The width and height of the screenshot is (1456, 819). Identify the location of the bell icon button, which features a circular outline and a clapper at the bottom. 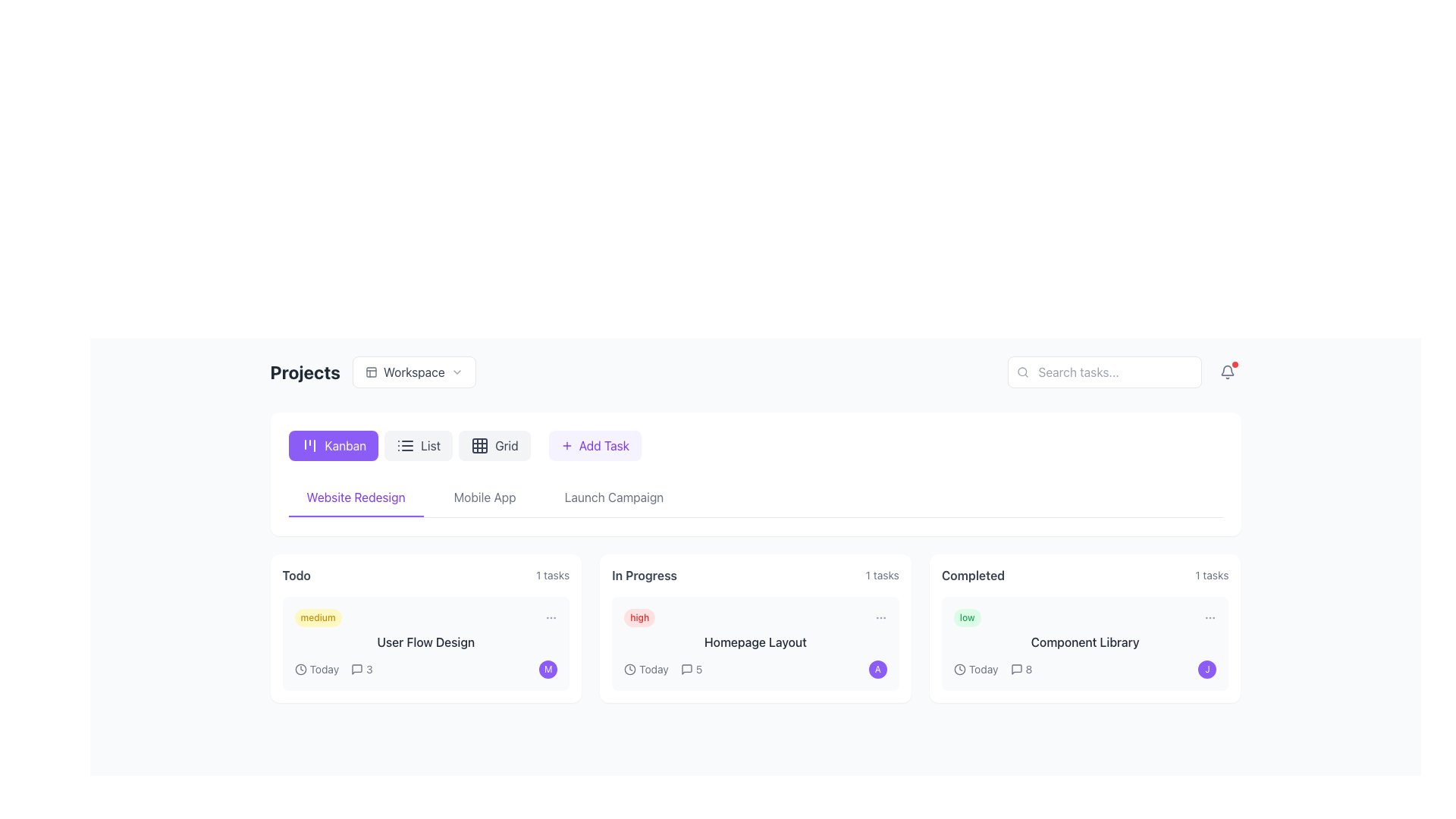
(1227, 372).